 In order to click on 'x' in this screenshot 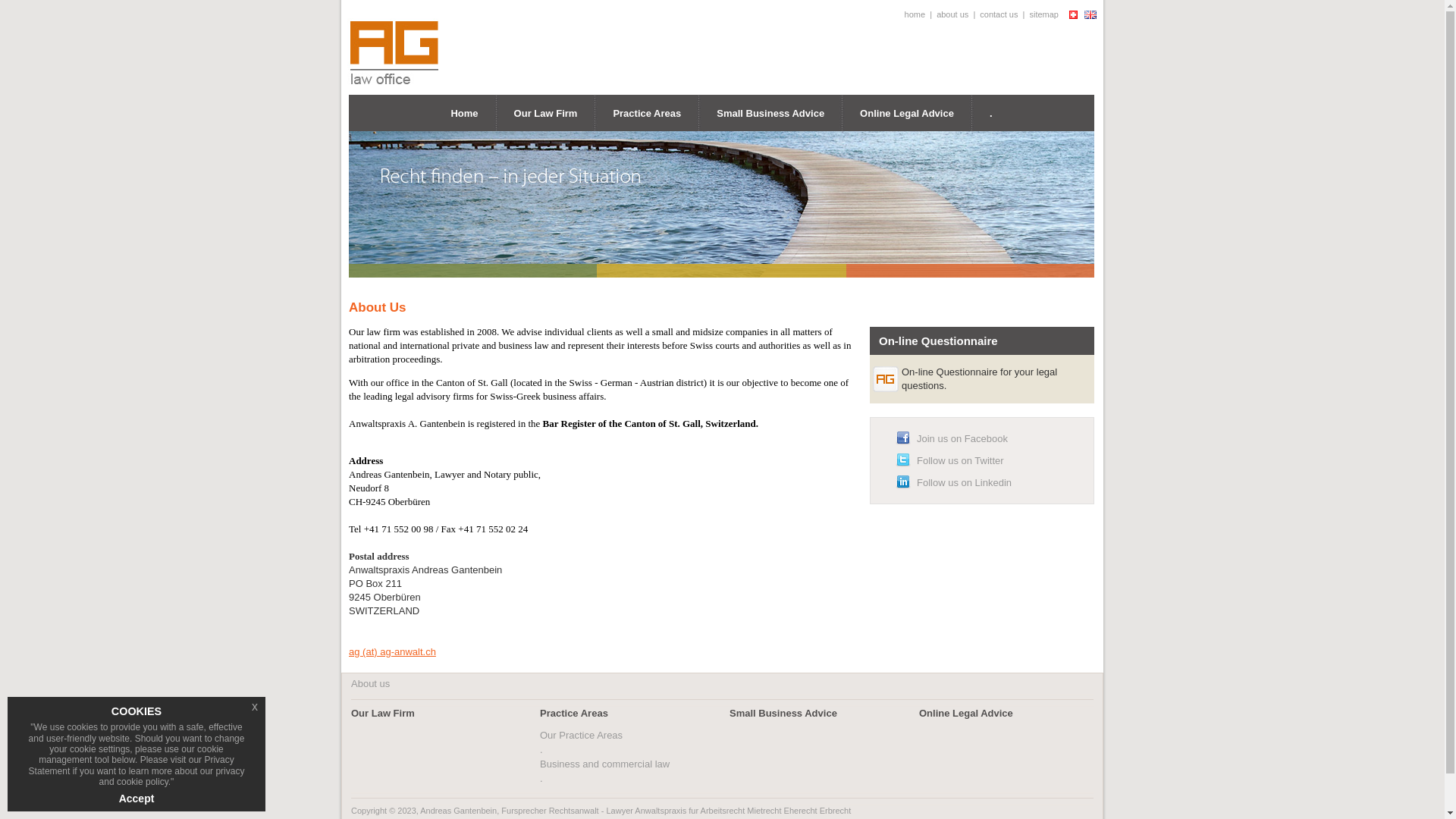, I will do `click(255, 707)`.